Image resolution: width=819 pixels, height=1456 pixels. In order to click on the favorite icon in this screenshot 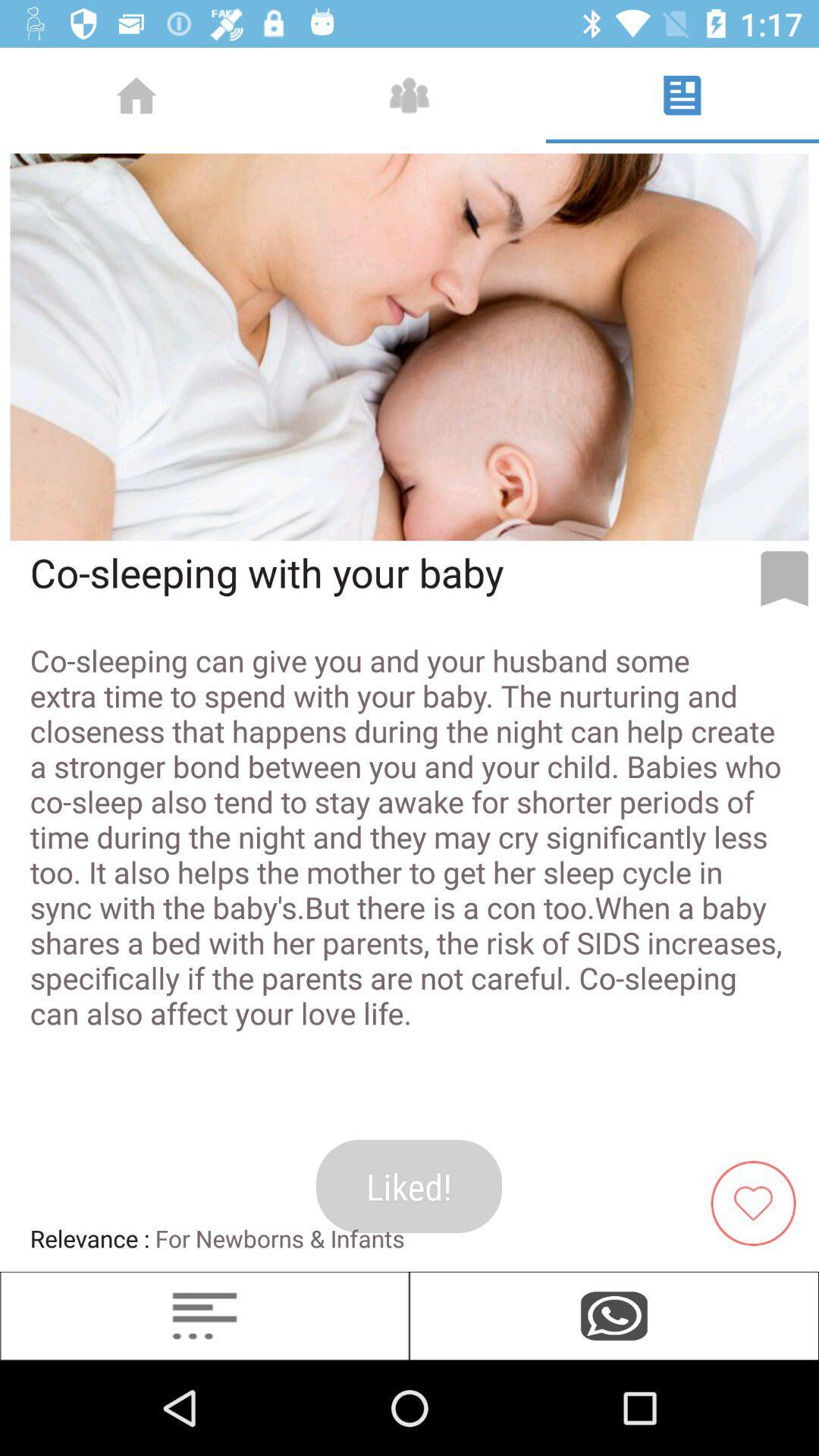, I will do `click(759, 1201)`.